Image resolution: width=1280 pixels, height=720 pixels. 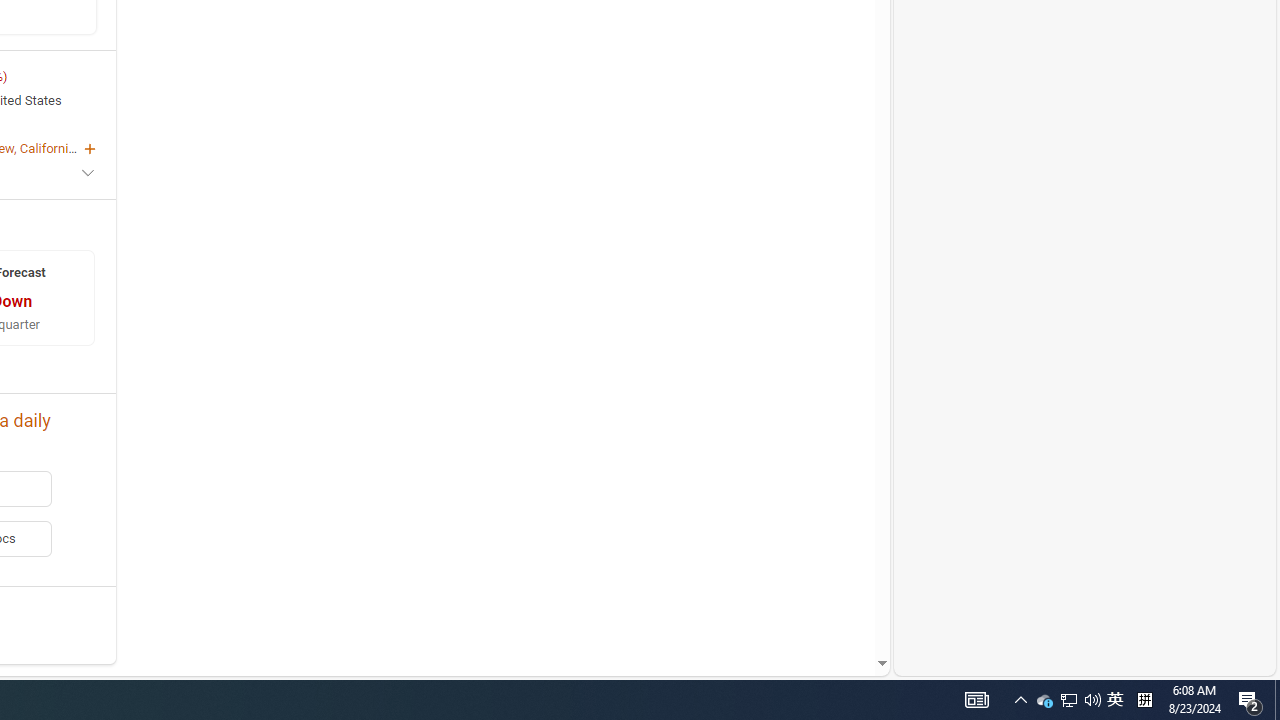 What do you see at coordinates (807, 602) in the screenshot?
I see `'AutomationID: mfa_root'` at bounding box center [807, 602].